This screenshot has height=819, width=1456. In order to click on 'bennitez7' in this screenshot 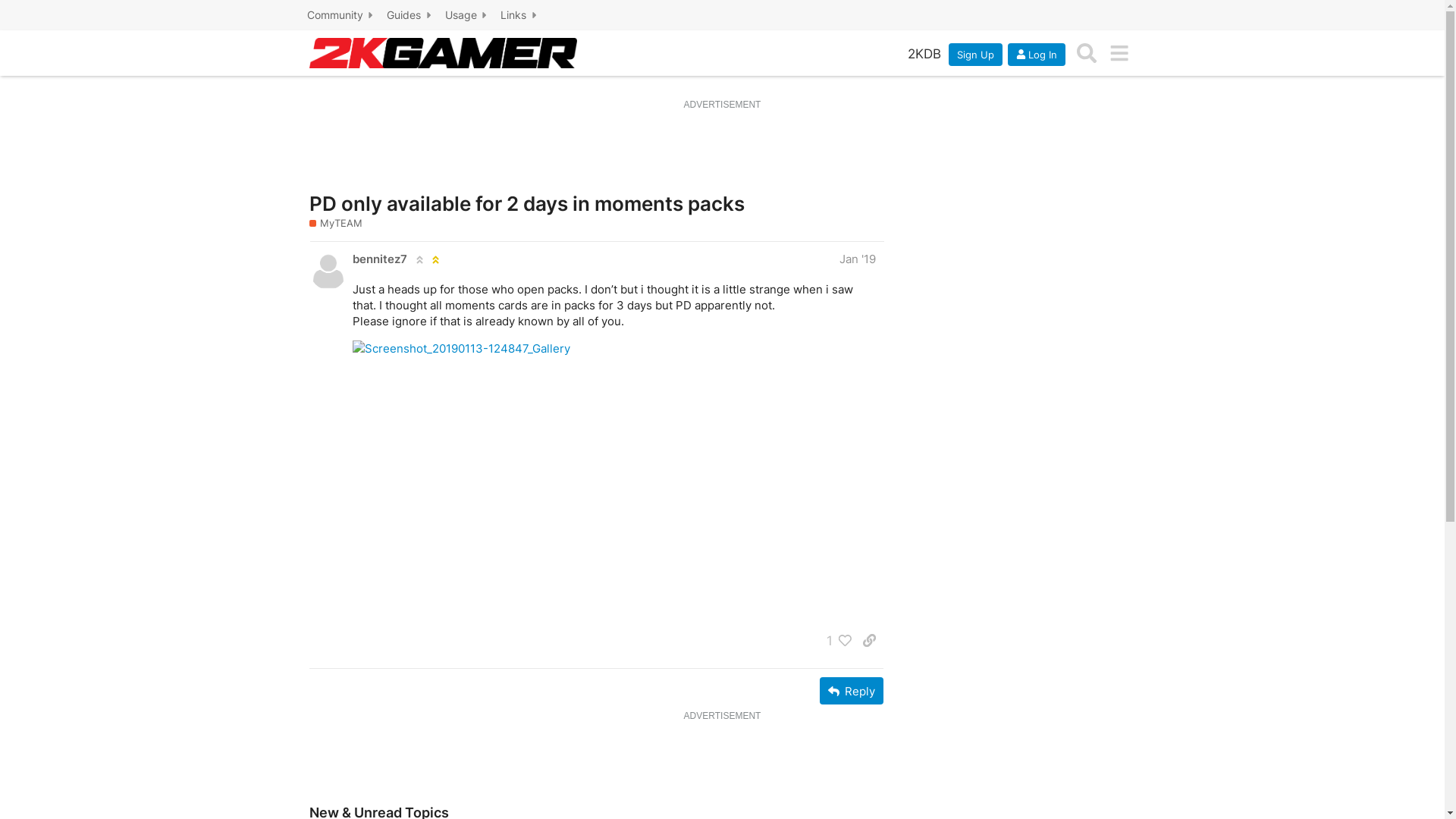, I will do `click(351, 258)`.